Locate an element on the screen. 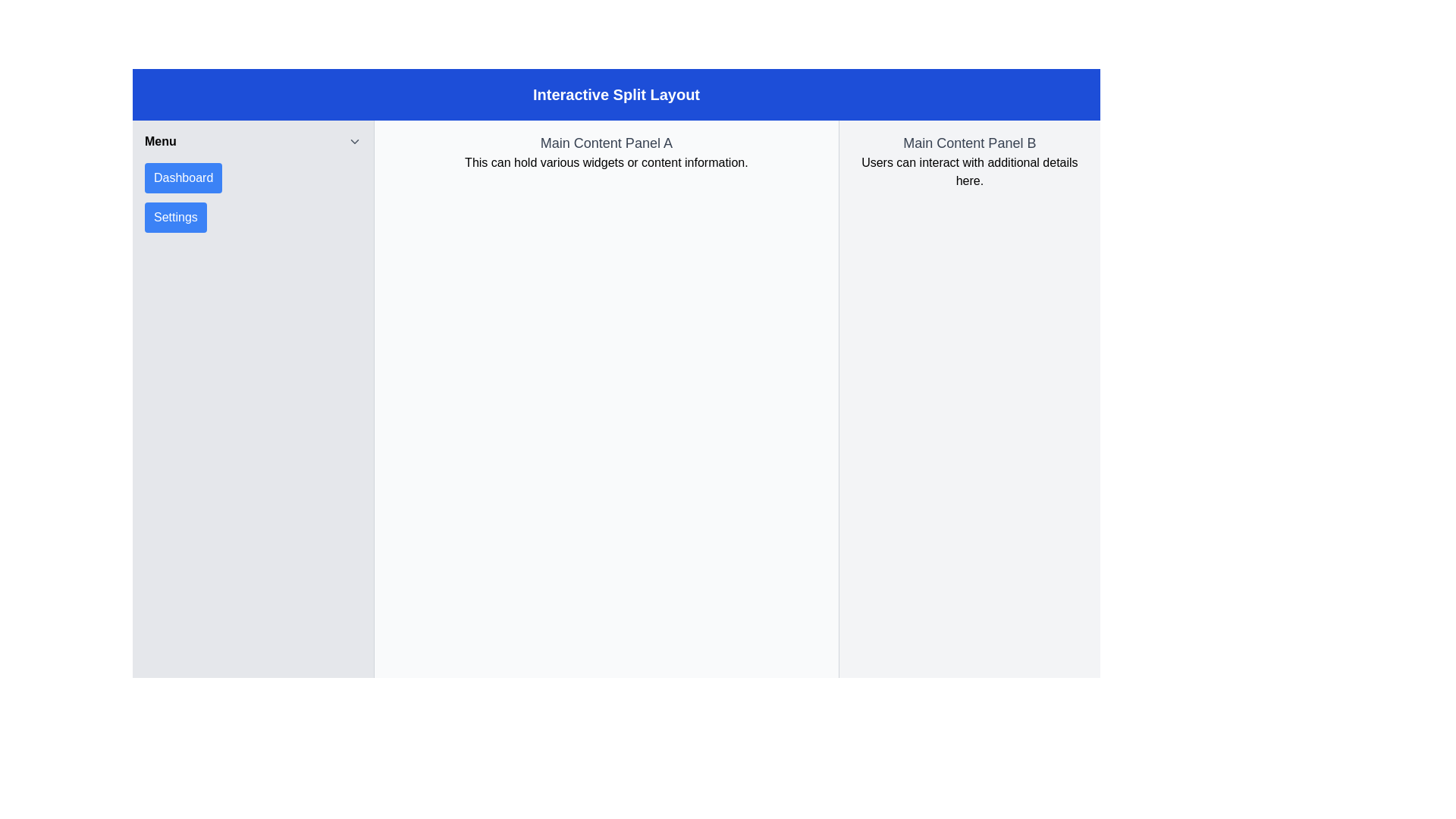 The image size is (1456, 819). the Static Display Text banner with a blue background and white text that reads 'Interactive Split Layout', positioned at the top of the interface is located at coordinates (616, 94).